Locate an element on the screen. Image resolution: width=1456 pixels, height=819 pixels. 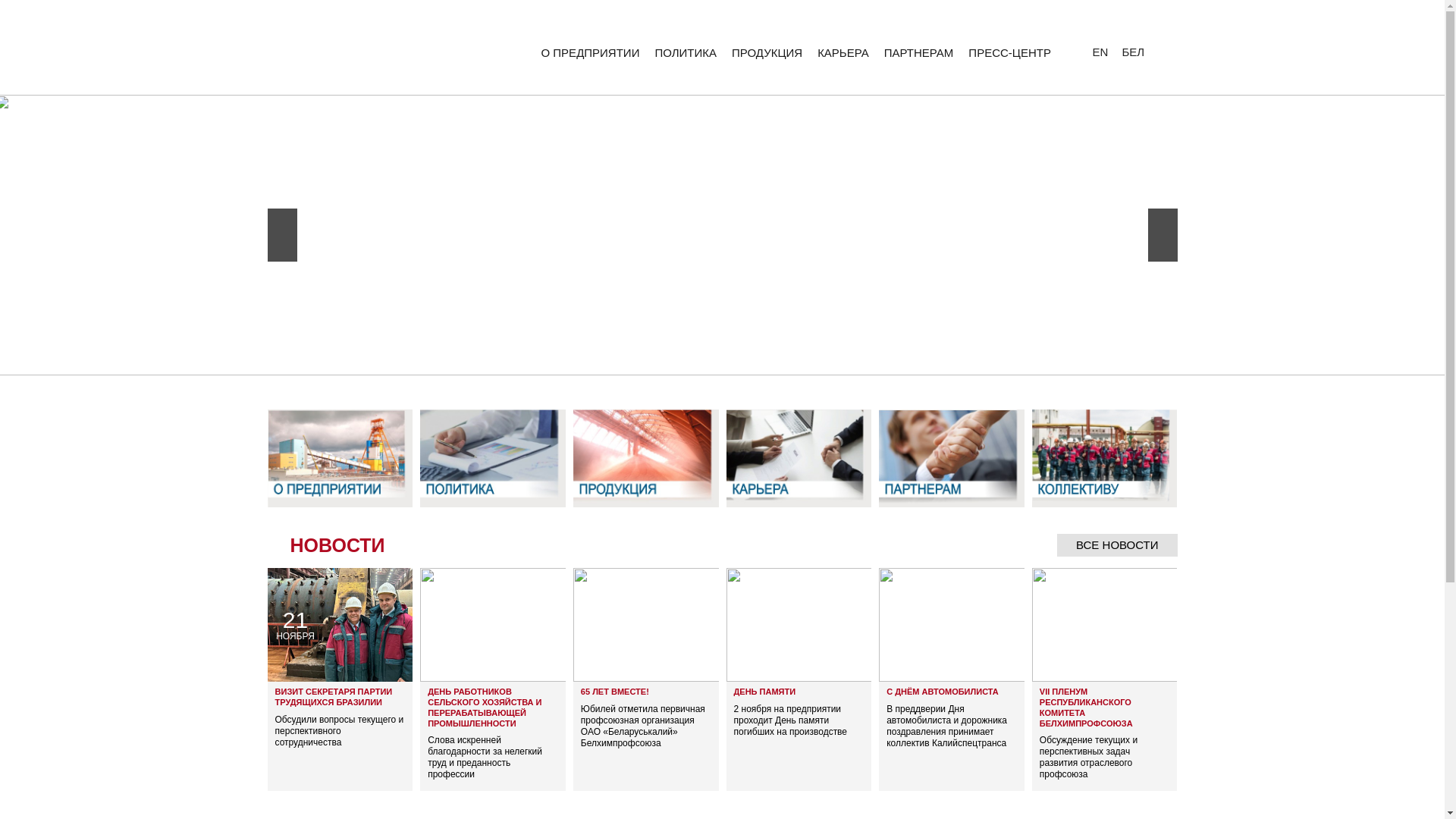
'EN' is located at coordinates (1090, 51).